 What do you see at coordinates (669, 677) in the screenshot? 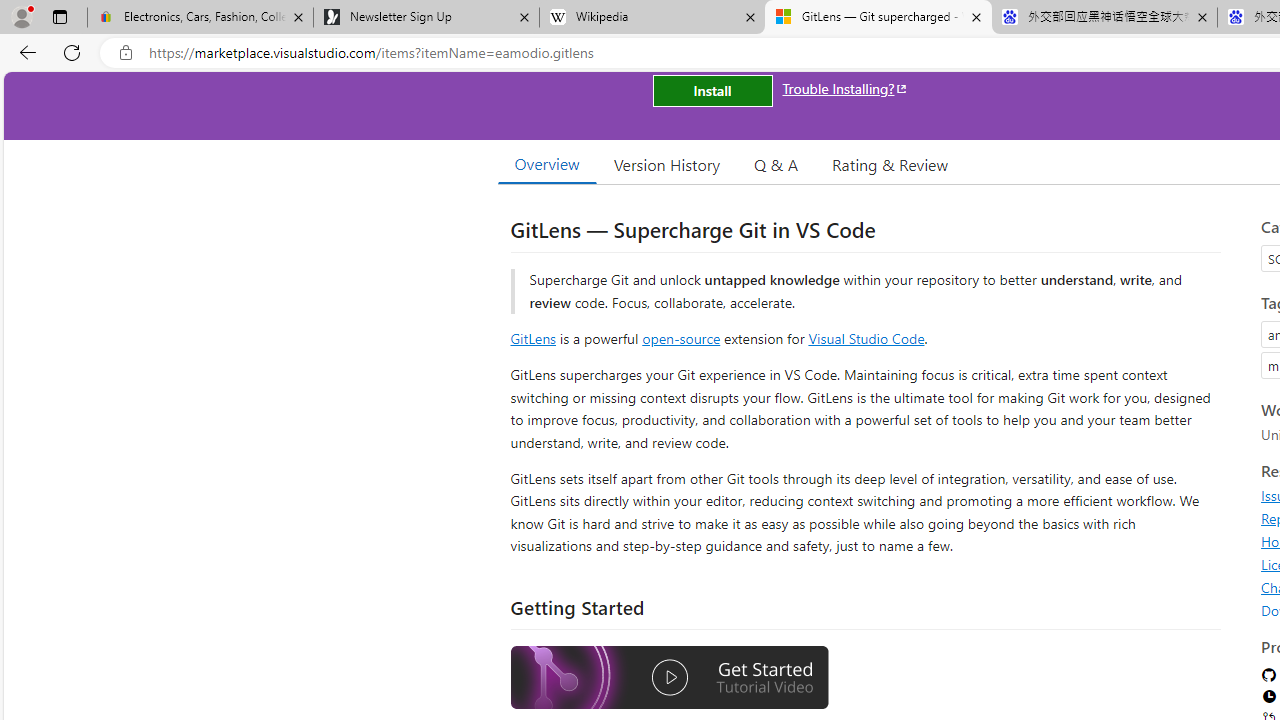
I see `'Watch the GitLens Getting Started video'` at bounding box center [669, 677].